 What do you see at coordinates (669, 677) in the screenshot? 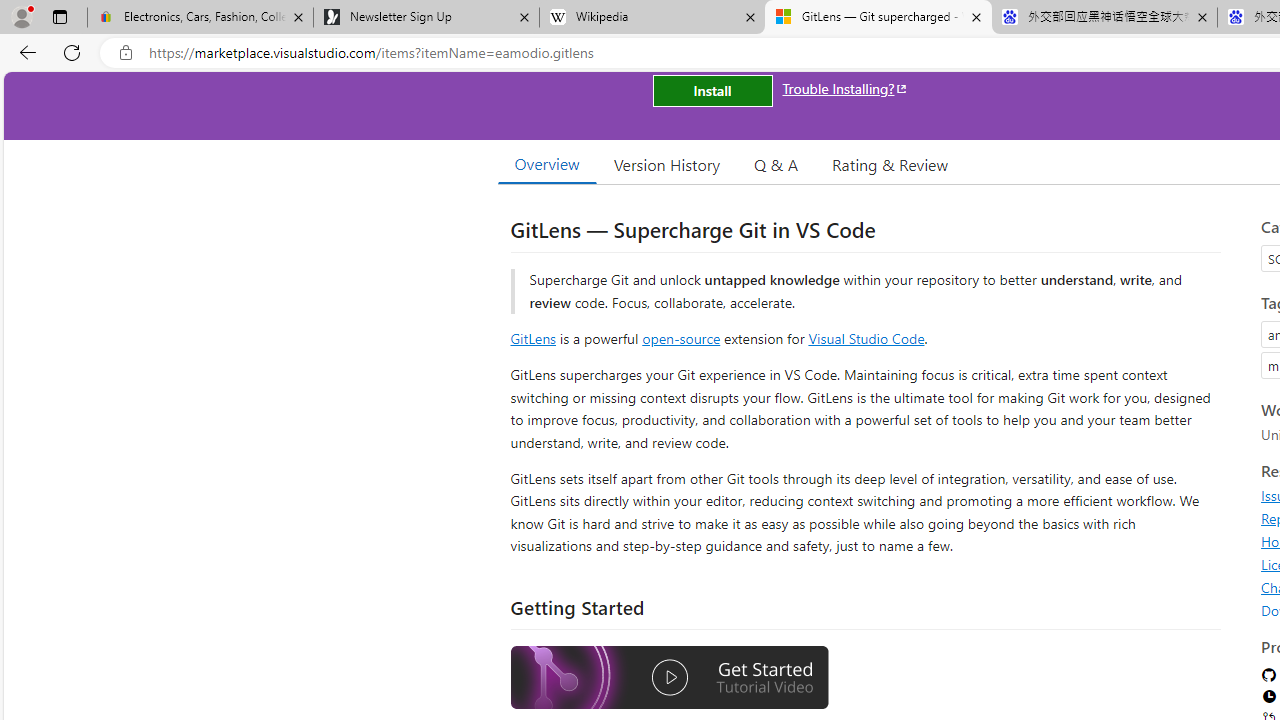
I see `'Watch the GitLens Getting Started video'` at bounding box center [669, 677].